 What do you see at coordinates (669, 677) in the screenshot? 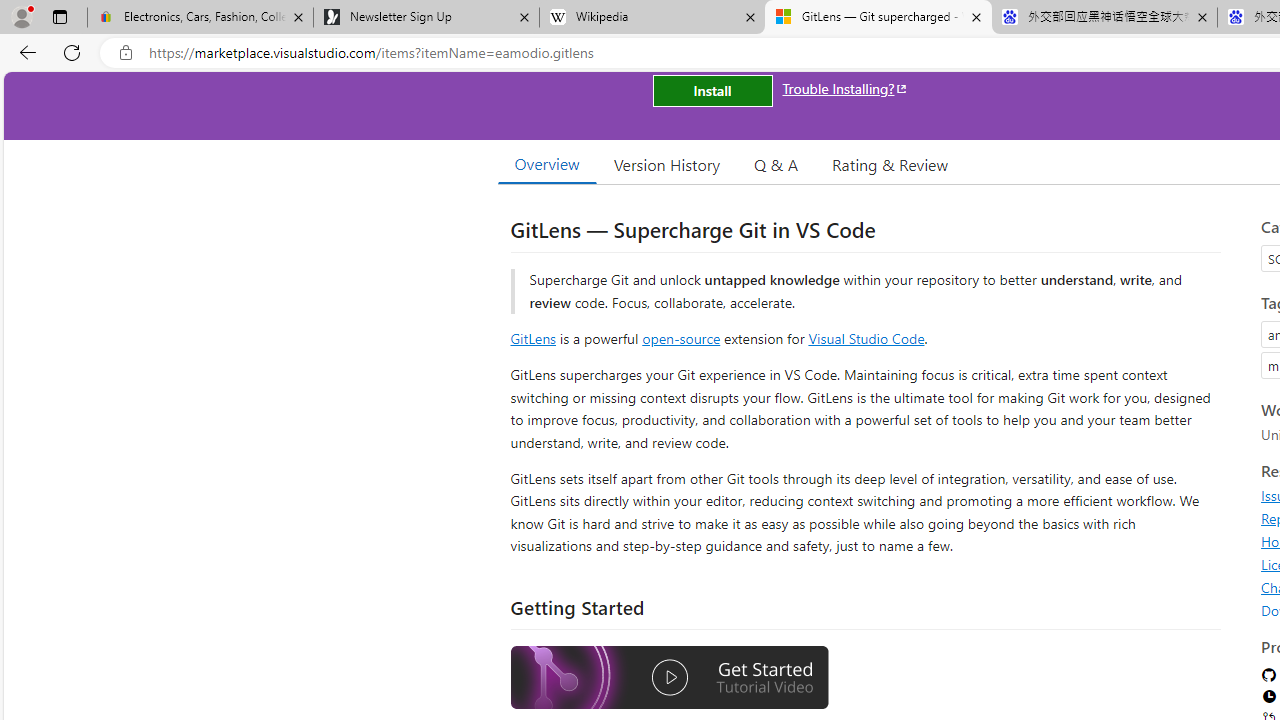
I see `'Watch the GitLens Getting Started video'` at bounding box center [669, 677].